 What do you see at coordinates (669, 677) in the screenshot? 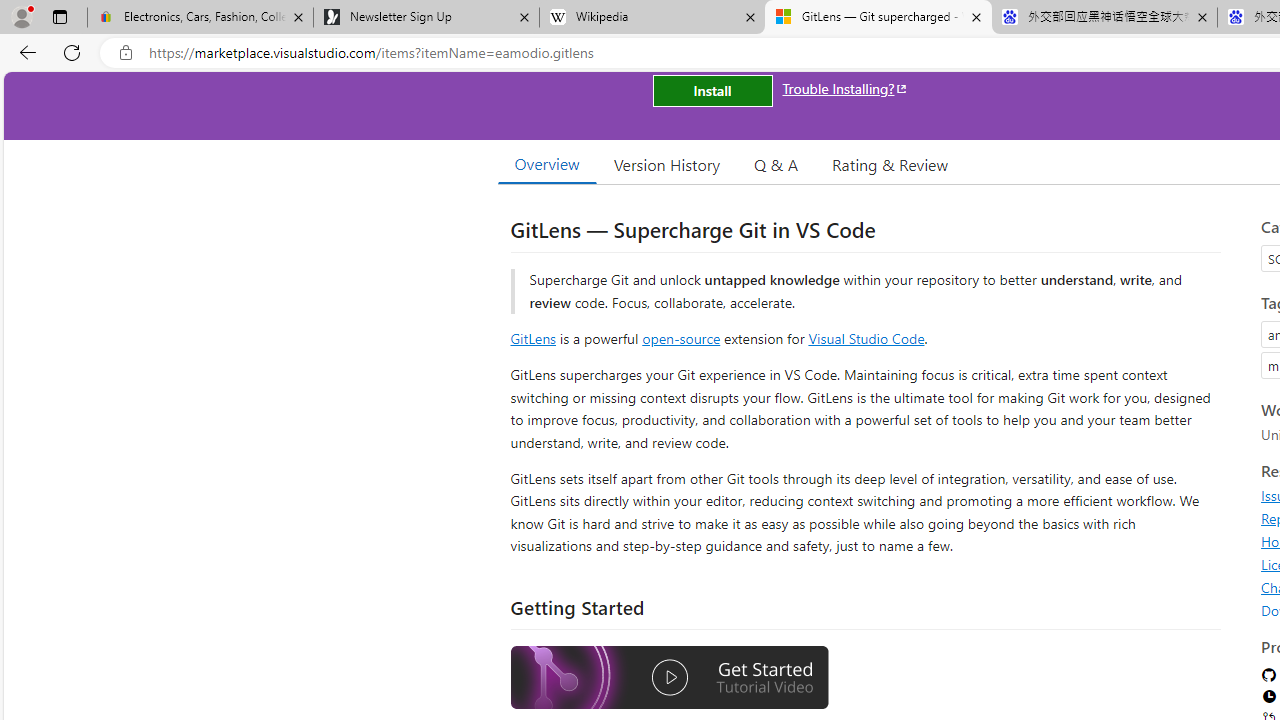
I see `'Watch the GitLens Getting Started video'` at bounding box center [669, 677].